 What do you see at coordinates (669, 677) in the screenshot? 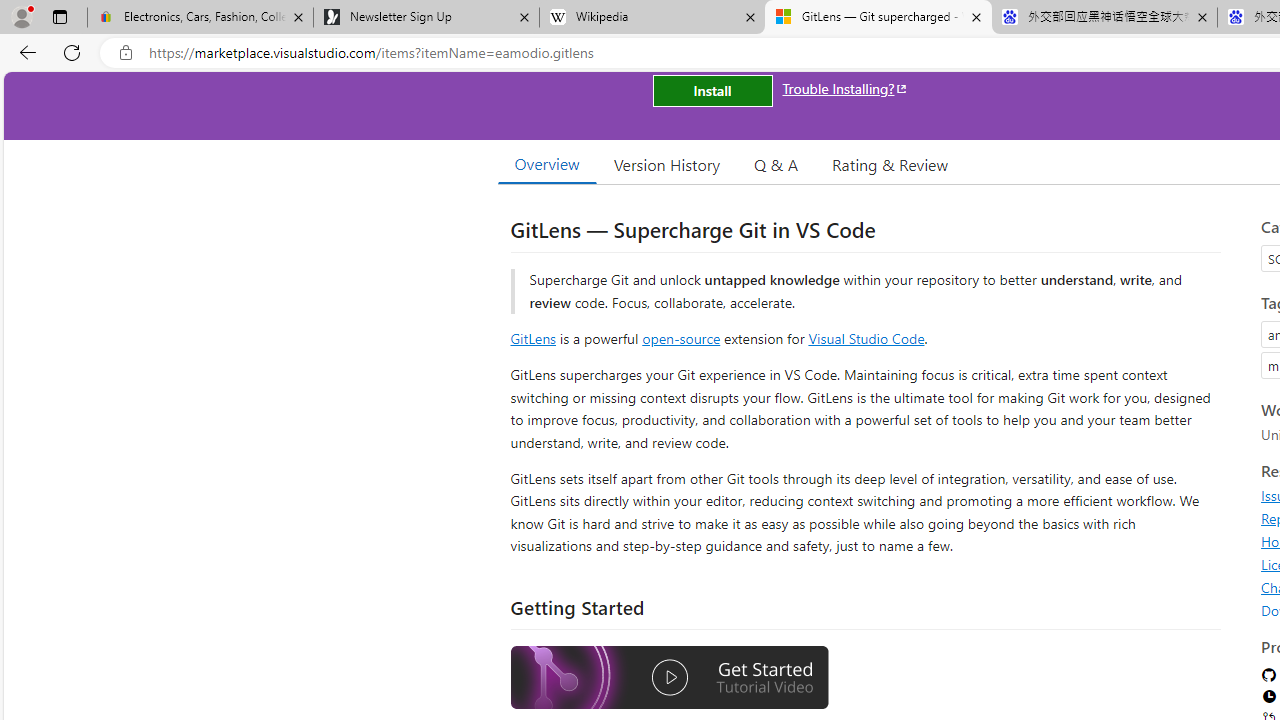
I see `'Watch the GitLens Getting Started video'` at bounding box center [669, 677].